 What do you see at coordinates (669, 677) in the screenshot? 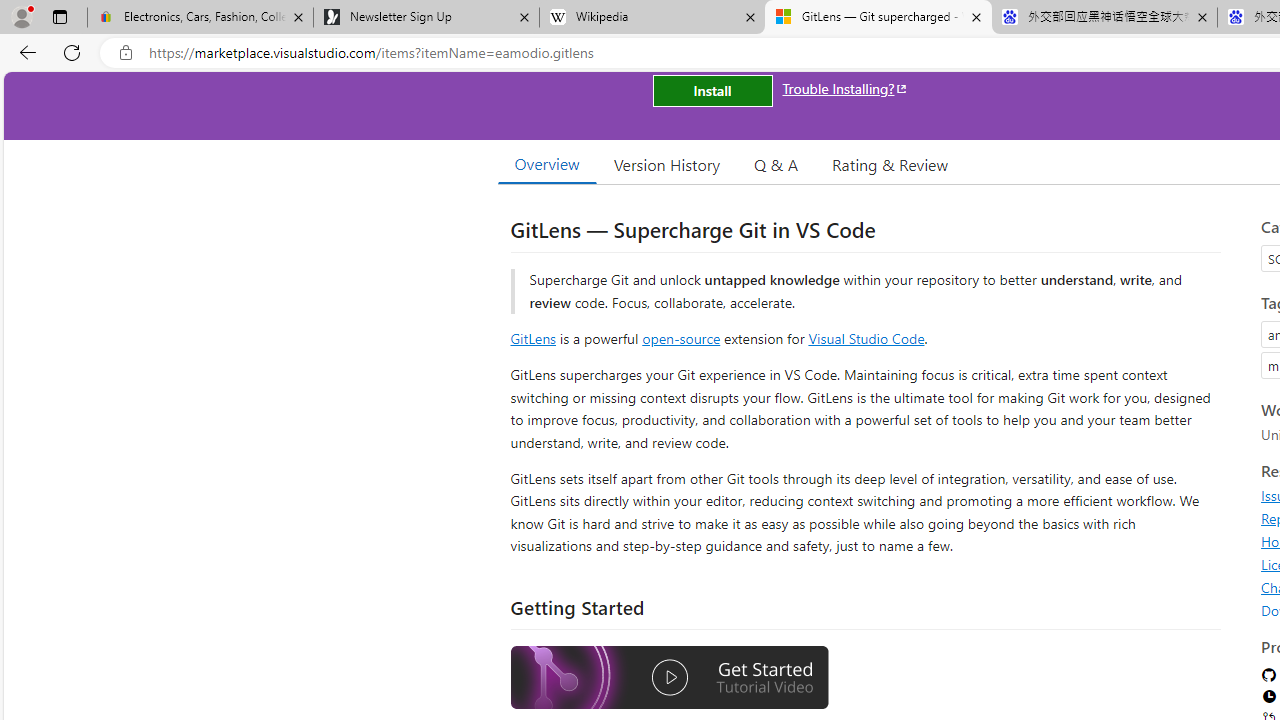
I see `'Watch the GitLens Getting Started video'` at bounding box center [669, 677].